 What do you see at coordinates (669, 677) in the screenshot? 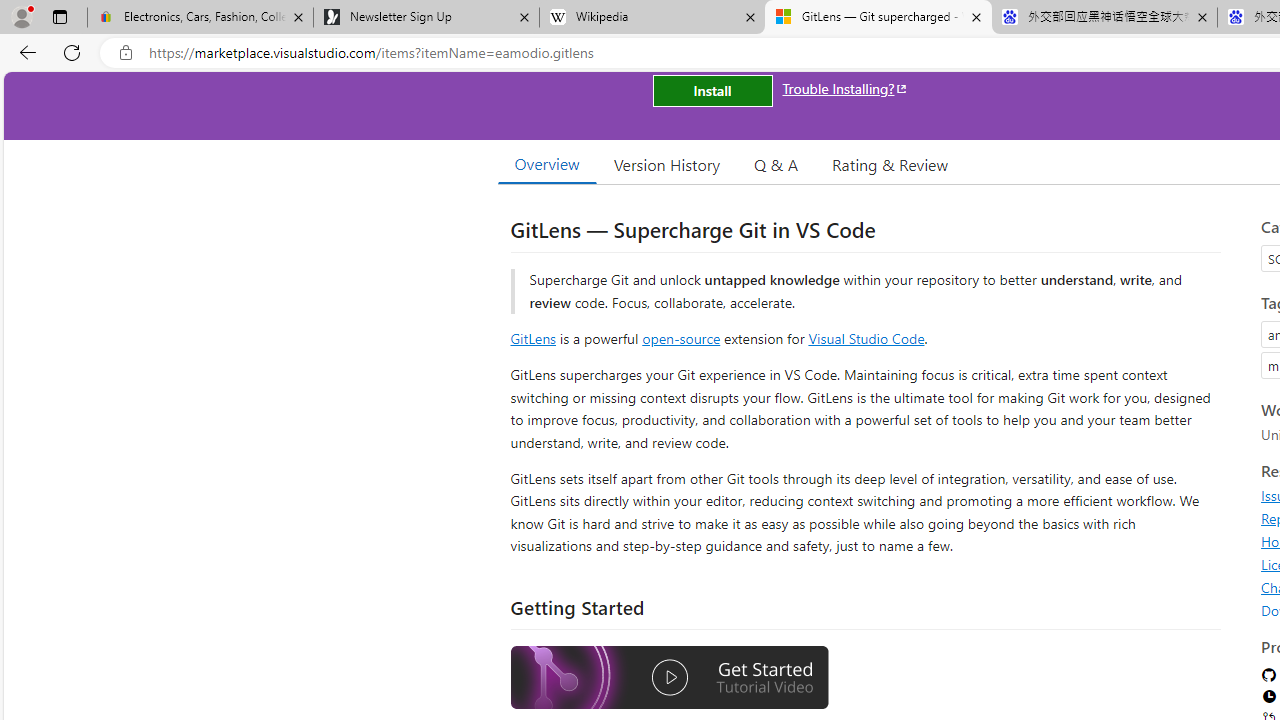
I see `'Watch the GitLens Getting Started video'` at bounding box center [669, 677].